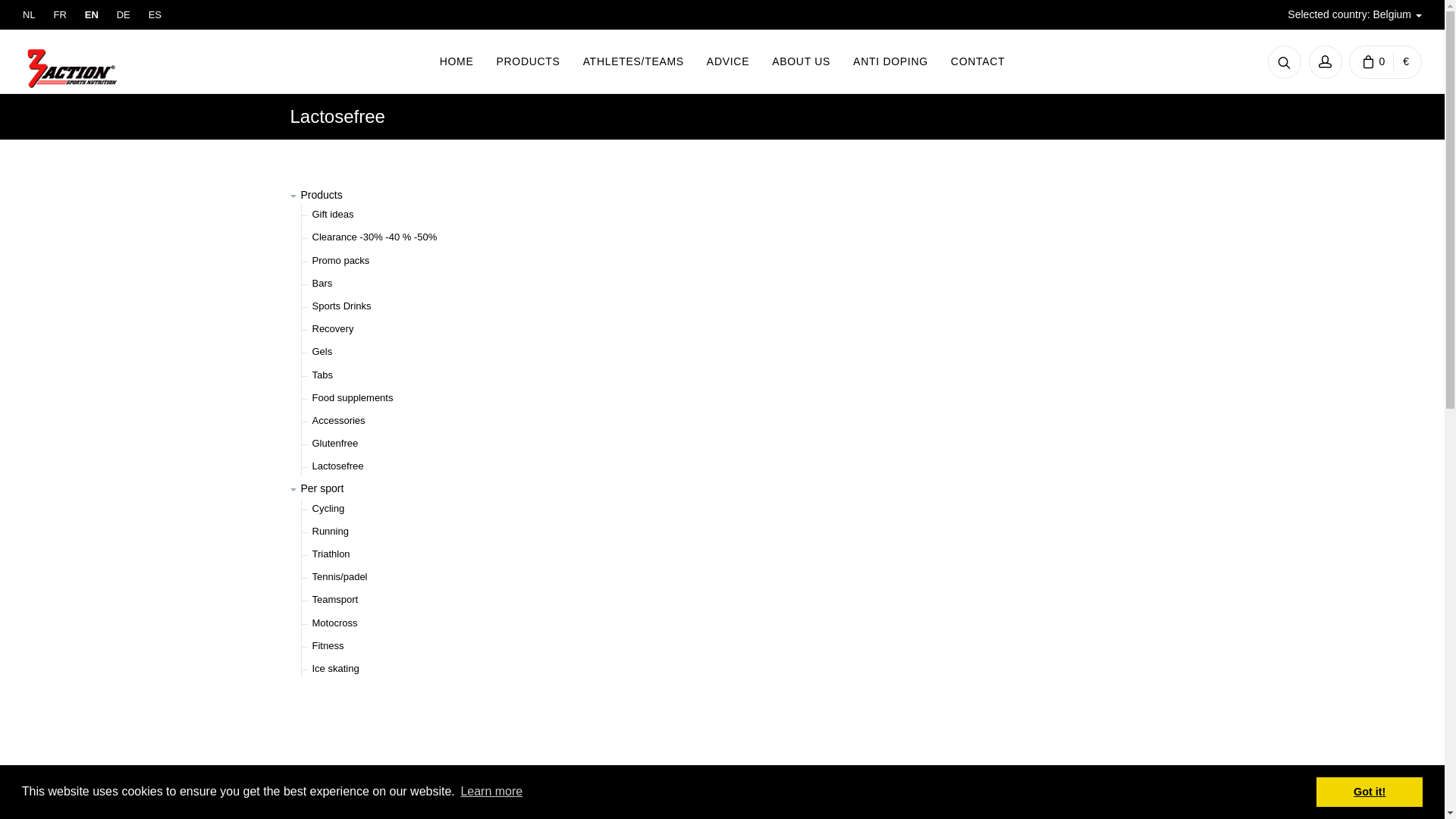  I want to click on 'Triathlon', so click(330, 554).